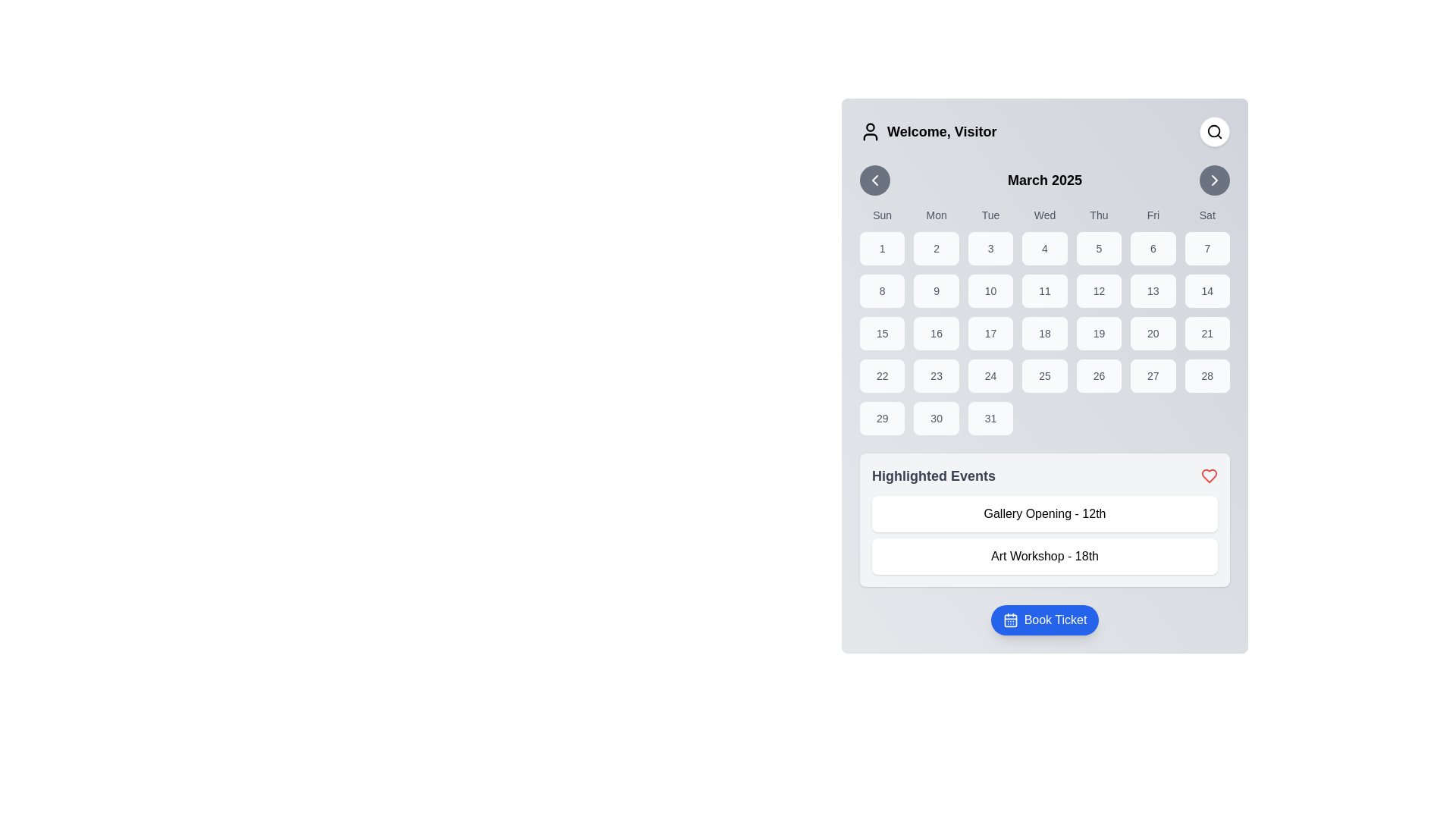  What do you see at coordinates (1215, 180) in the screenshot?
I see `the minimalist triangular arrow icon within the circular button located in the top-right corner of the interface, just to the right of the 'March 2025' calendar widget to initiate navigation` at bounding box center [1215, 180].